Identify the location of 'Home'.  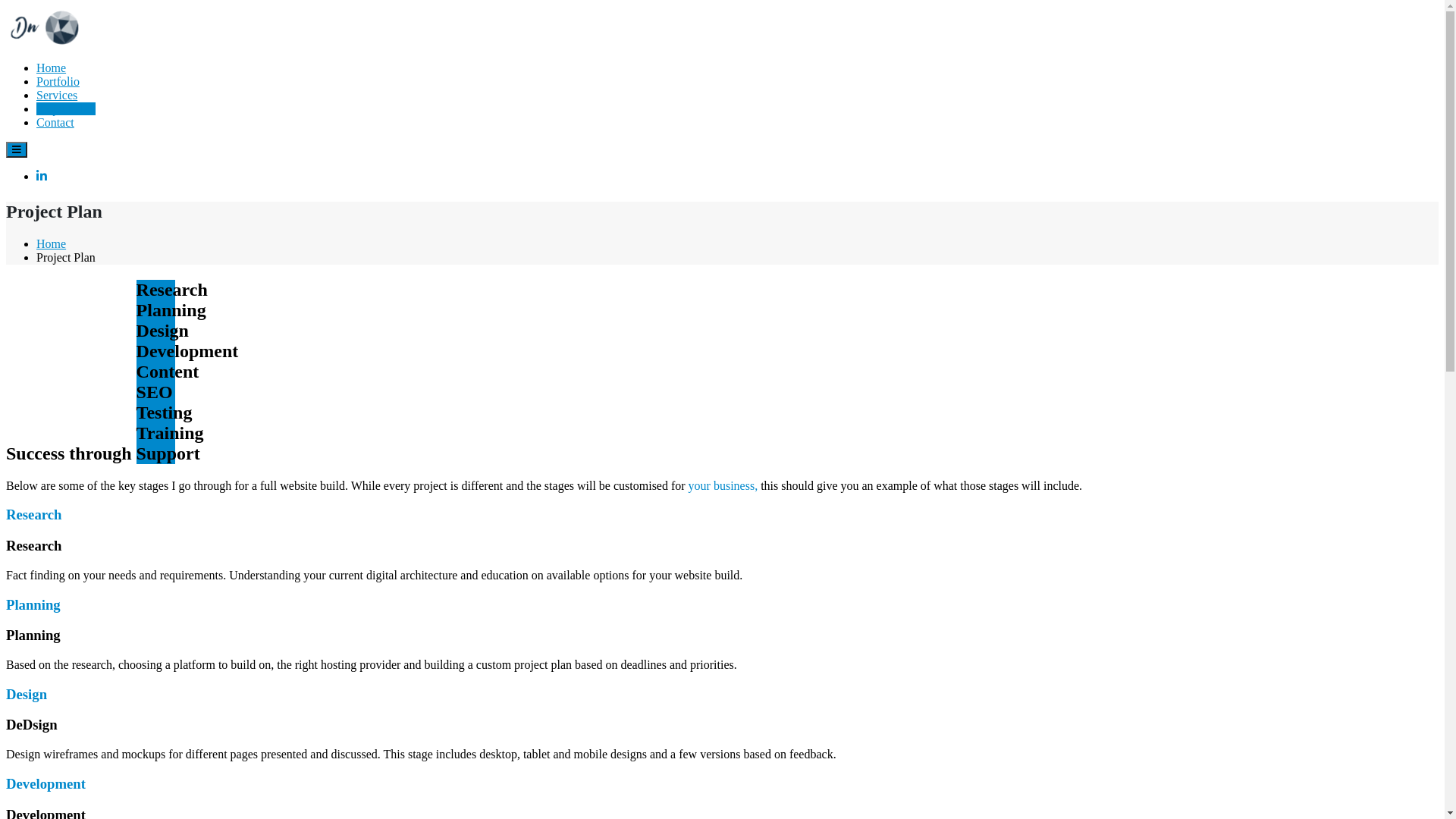
(51, 67).